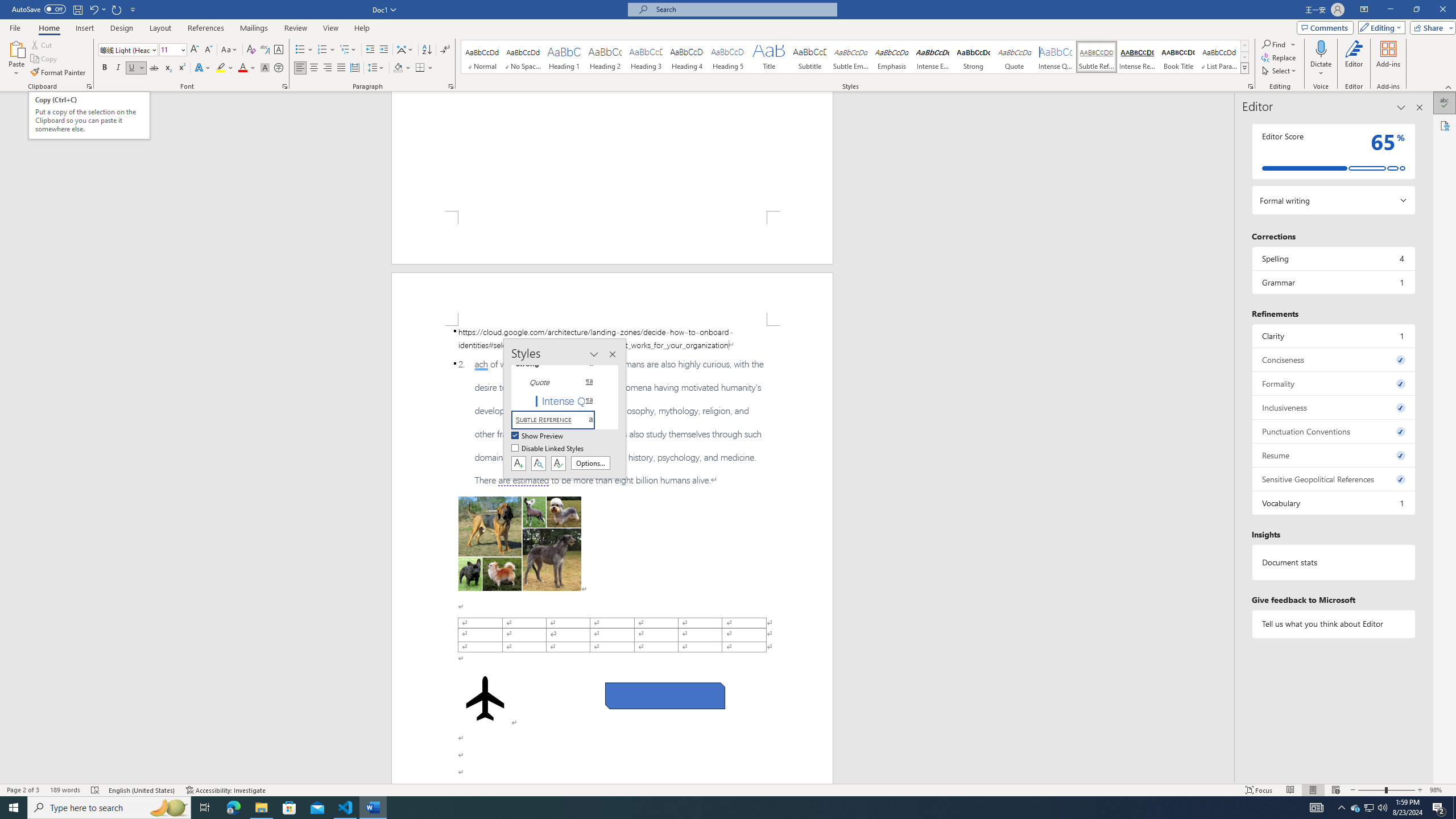  I want to click on 'Undo Style', so click(93, 9).